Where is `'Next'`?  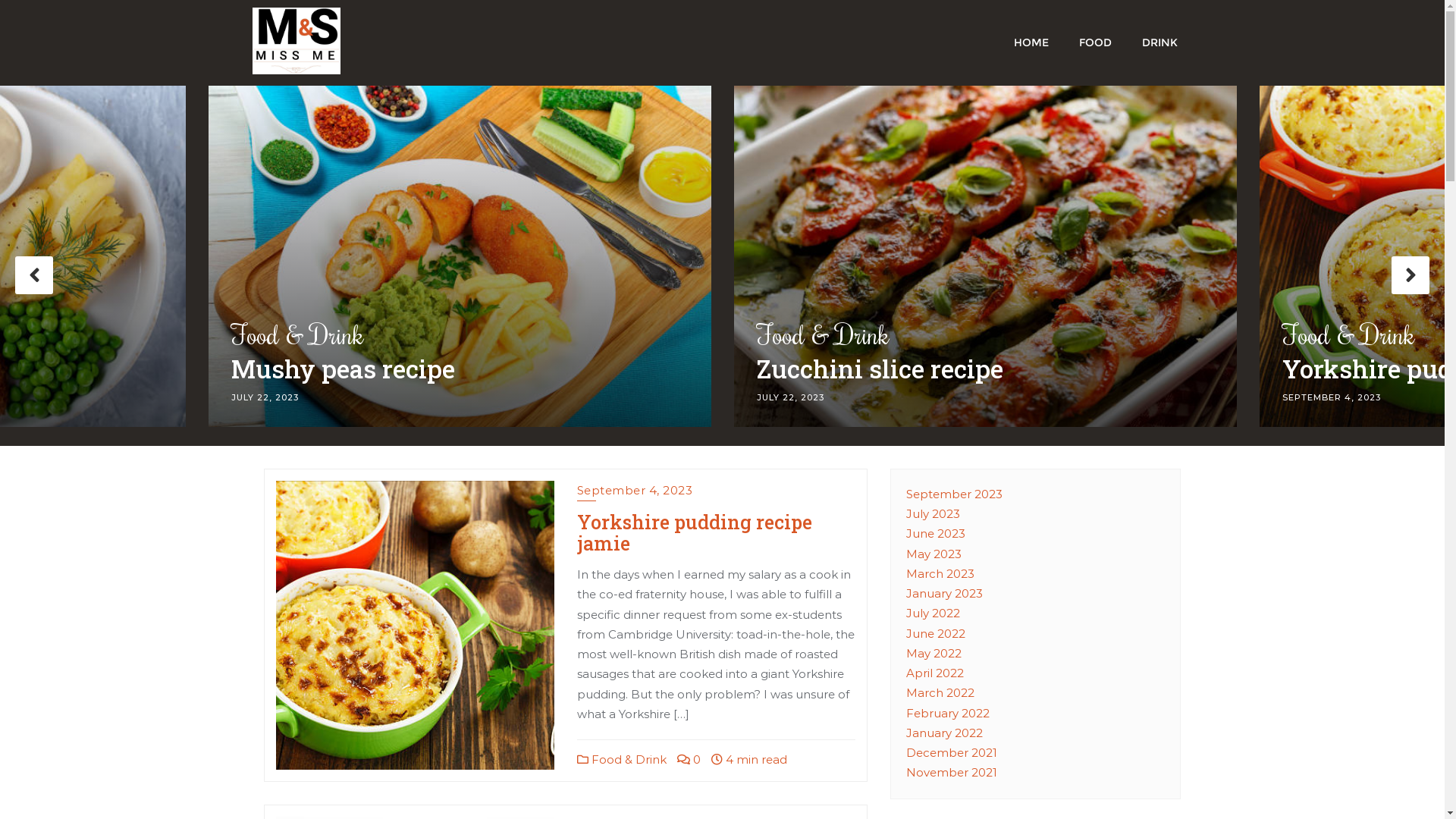
'Next' is located at coordinates (1410, 275).